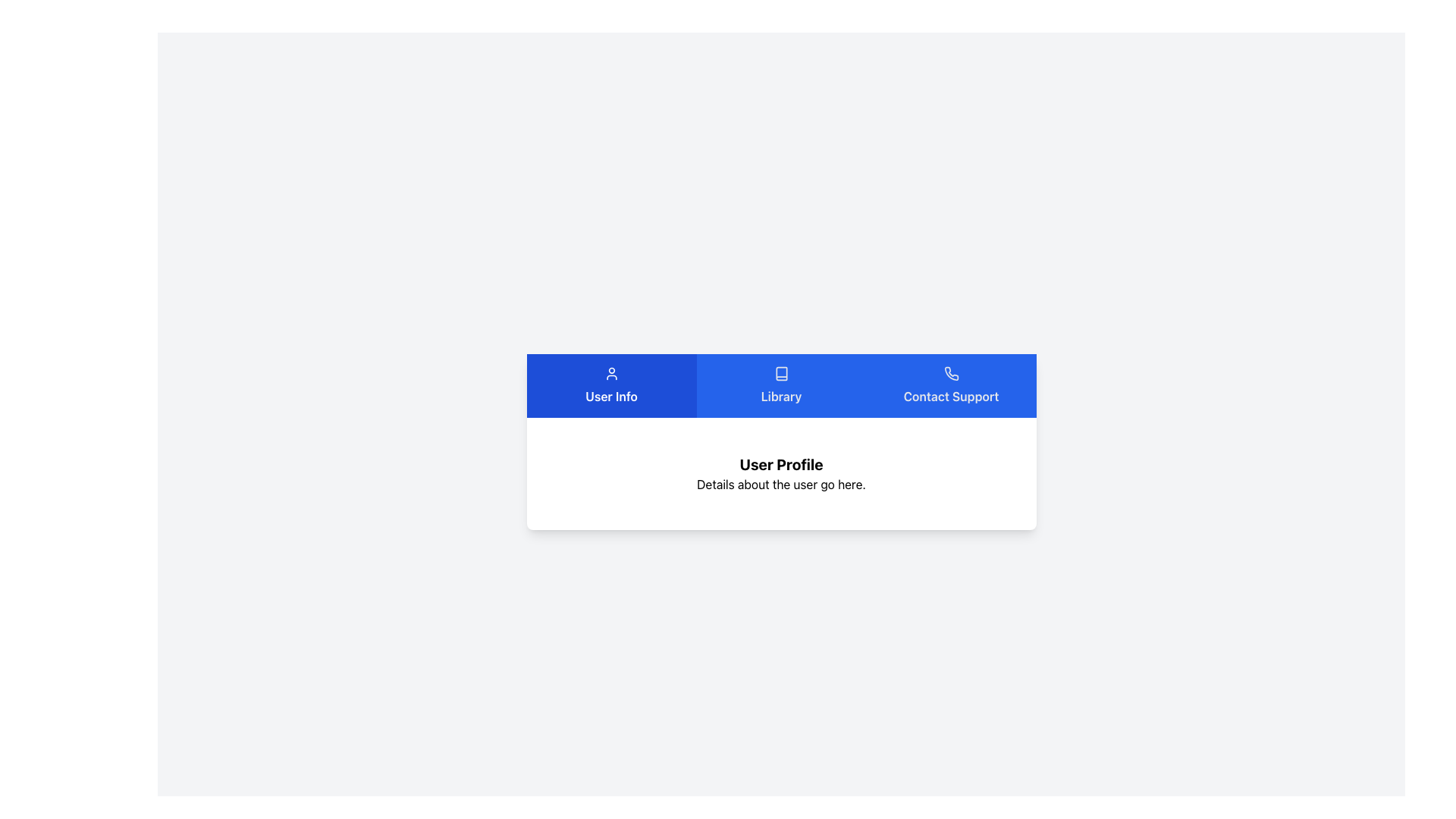 The image size is (1456, 819). I want to click on the 'Library' icon in the navigation bar, which is centered horizontally in the 'Library' section and positioned above the text label 'Library', so click(781, 374).